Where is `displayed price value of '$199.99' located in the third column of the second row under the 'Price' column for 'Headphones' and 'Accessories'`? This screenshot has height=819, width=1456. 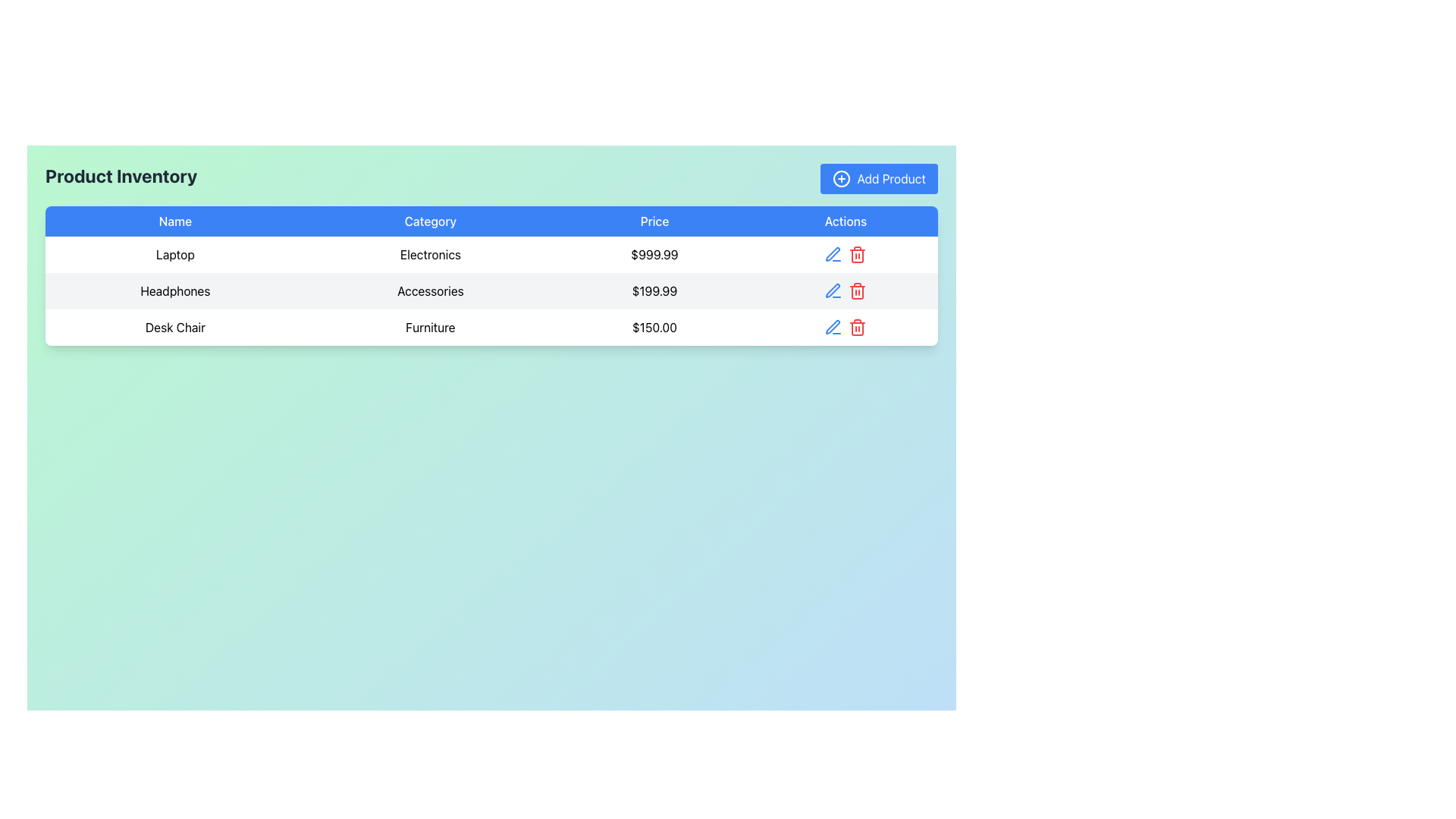
displayed price value of '$199.99' located in the third column of the second row under the 'Price' column for 'Headphones' and 'Accessories' is located at coordinates (654, 291).